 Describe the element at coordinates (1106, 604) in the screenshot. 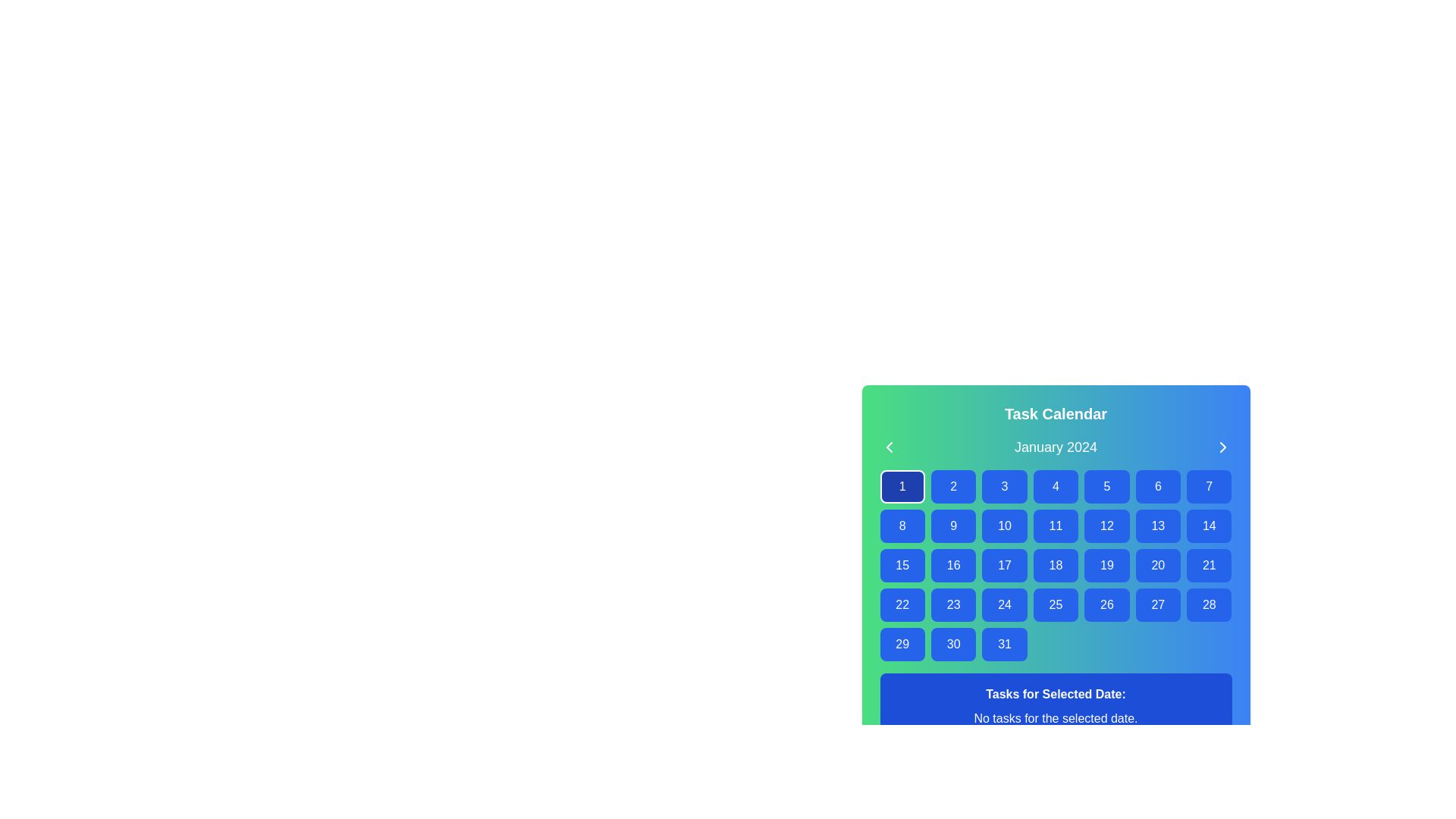

I see `the button labeled '26' in the January 2024 calendar grid` at that location.